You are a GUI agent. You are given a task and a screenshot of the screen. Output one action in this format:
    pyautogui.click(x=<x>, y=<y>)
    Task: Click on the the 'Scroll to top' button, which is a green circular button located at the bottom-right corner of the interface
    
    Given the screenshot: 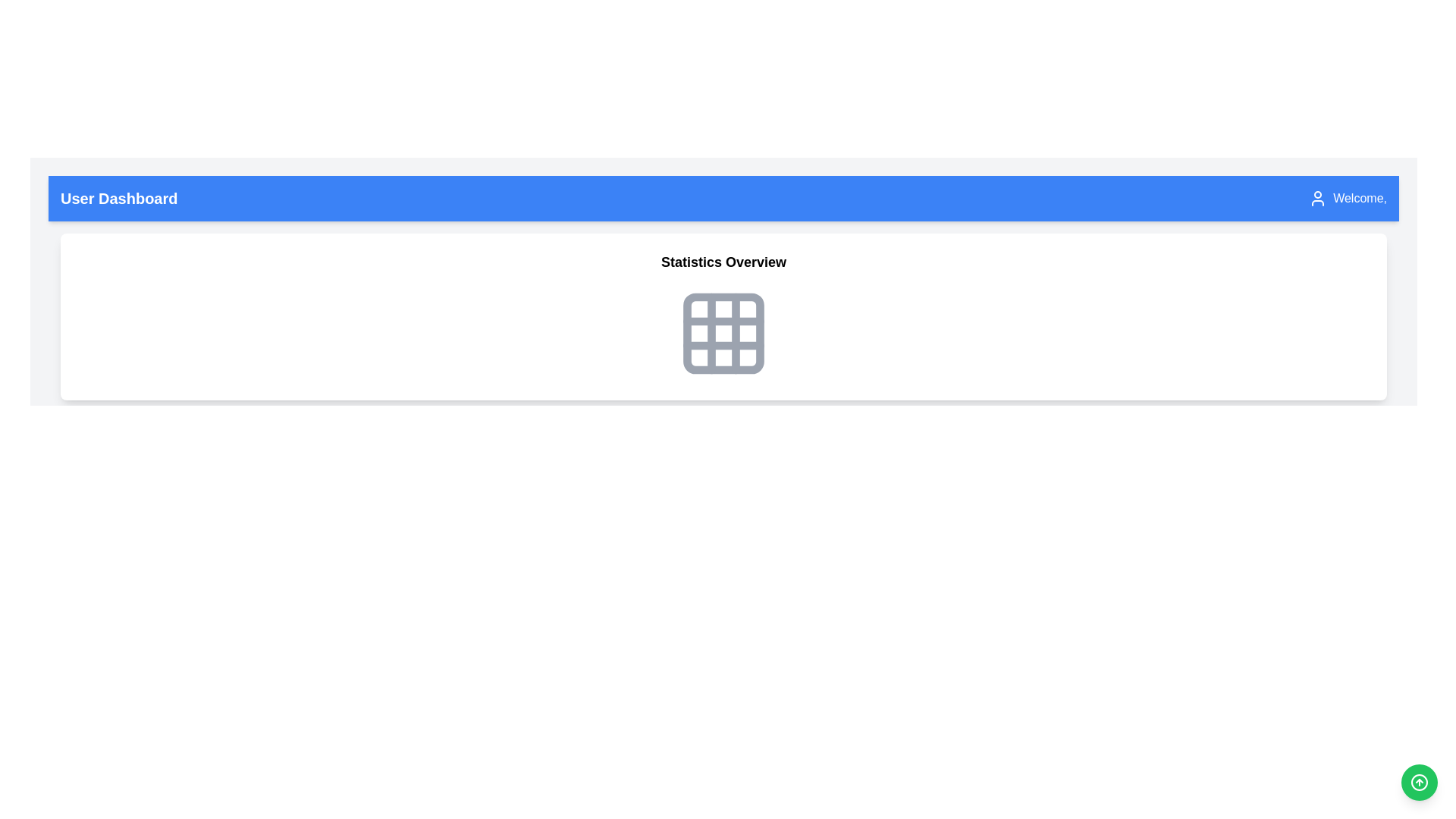 What is the action you would take?
    pyautogui.click(x=1419, y=783)
    